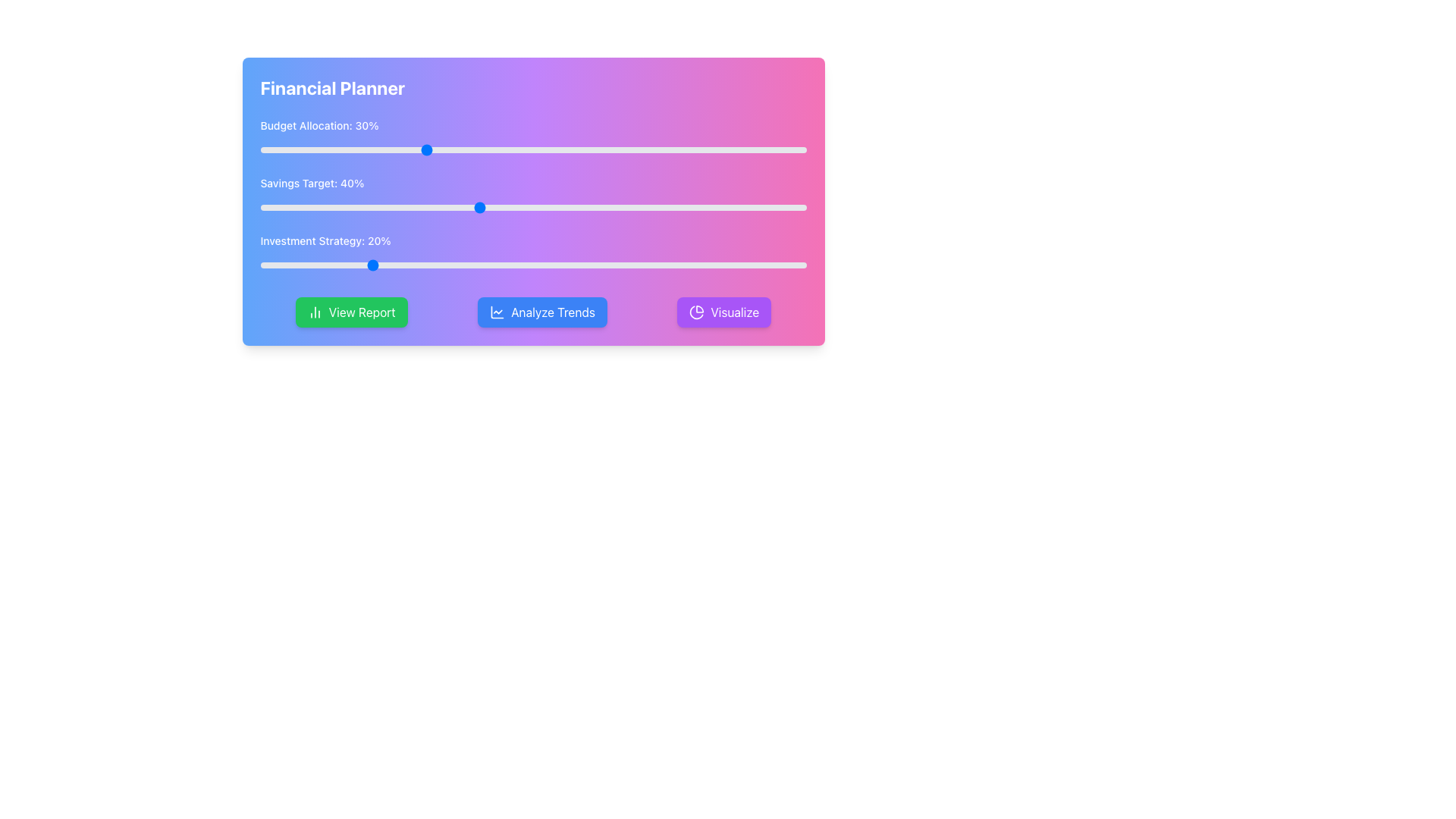  What do you see at coordinates (552, 312) in the screenshot?
I see `the text label of the button located at the bottom center of the card interface, which indicates that clicking the button will trigger an action related to analyzing trends` at bounding box center [552, 312].